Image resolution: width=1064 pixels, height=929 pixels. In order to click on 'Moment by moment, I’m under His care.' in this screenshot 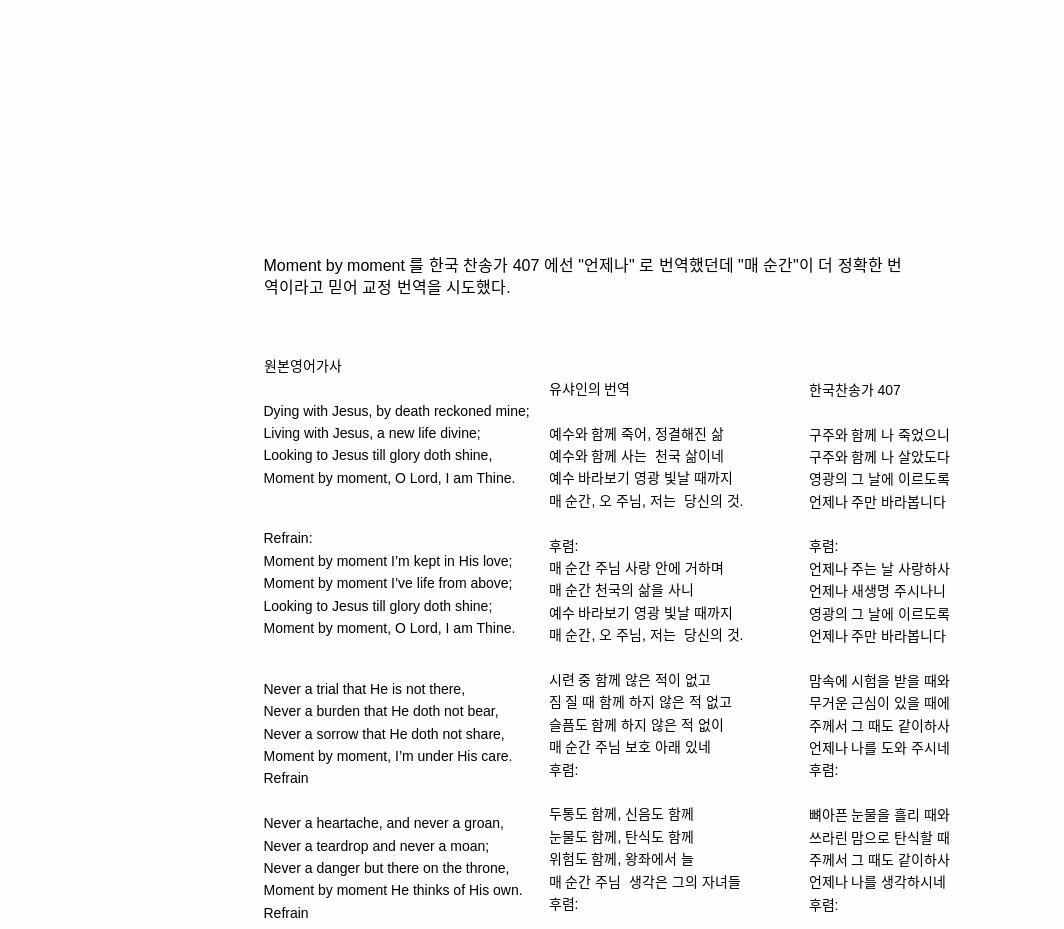, I will do `click(386, 753)`.